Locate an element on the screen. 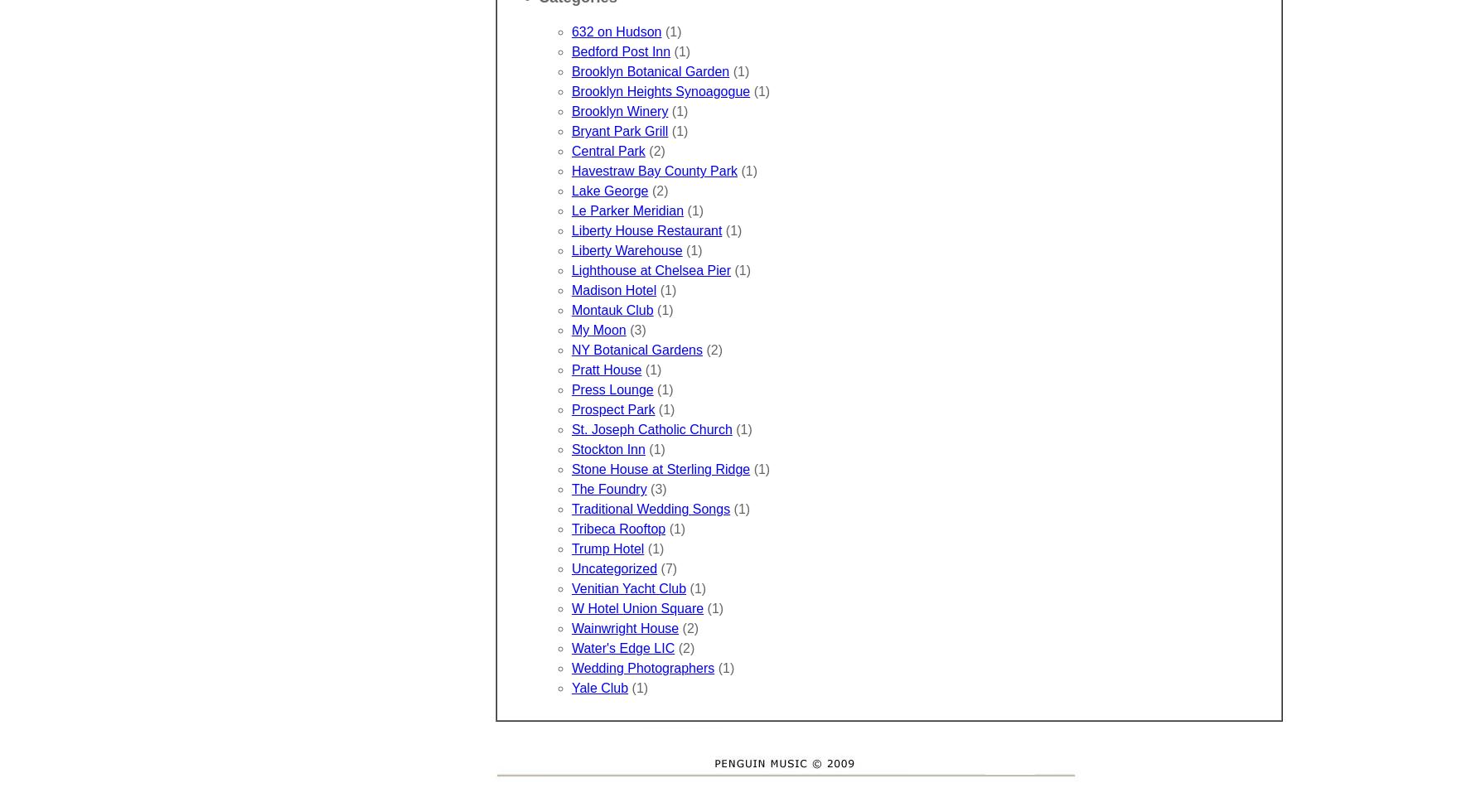 This screenshot has width=1471, height=812. 'Madison Hotel' is located at coordinates (613, 290).